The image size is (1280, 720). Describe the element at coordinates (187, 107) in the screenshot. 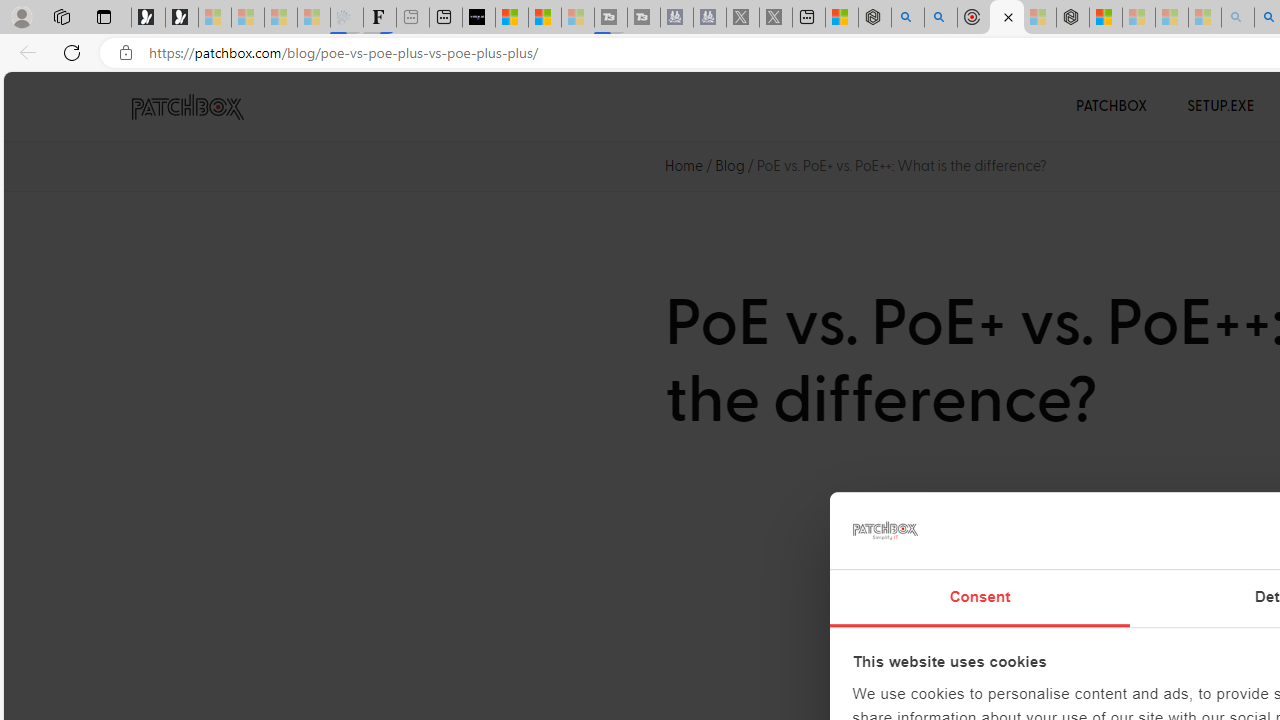

I see `'PATCHBOX - Simplify IT'` at that location.